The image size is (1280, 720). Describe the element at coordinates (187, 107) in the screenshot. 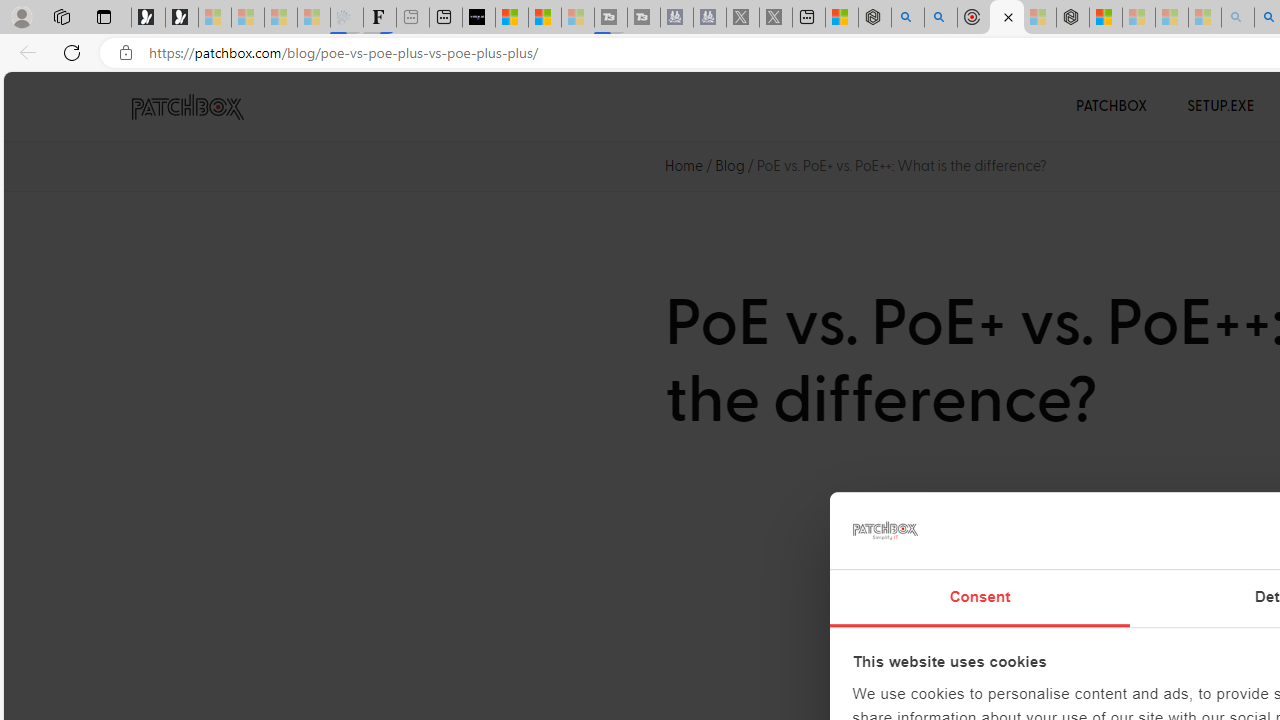

I see `'PATCHBOX - Simplify IT'` at that location.